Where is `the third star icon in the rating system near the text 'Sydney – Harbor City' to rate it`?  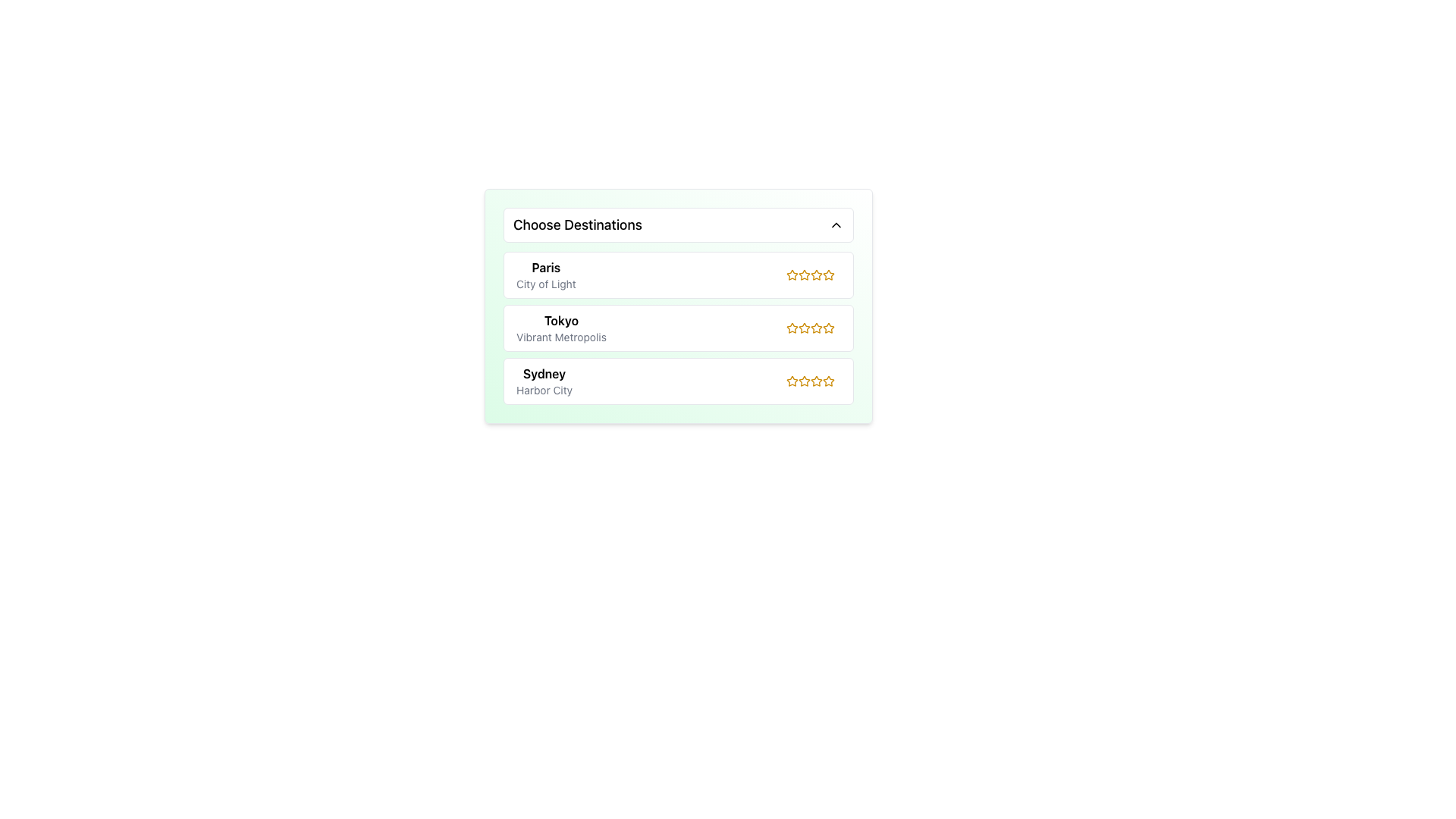 the third star icon in the rating system near the text 'Sydney – Harbor City' to rate it is located at coordinates (810, 380).